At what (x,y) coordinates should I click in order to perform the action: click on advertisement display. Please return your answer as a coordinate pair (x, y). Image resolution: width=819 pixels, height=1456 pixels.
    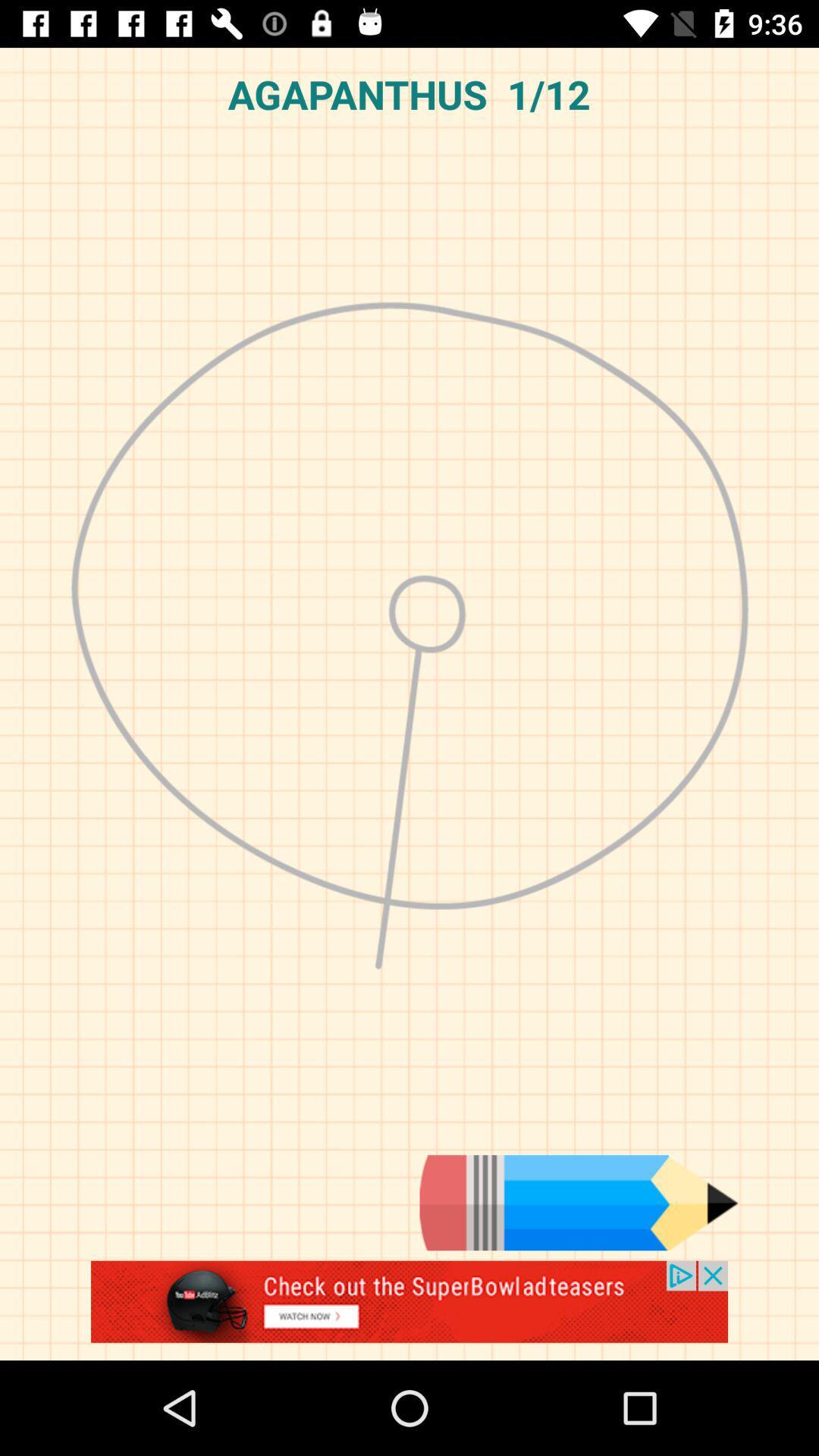
    Looking at the image, I should click on (409, 1310).